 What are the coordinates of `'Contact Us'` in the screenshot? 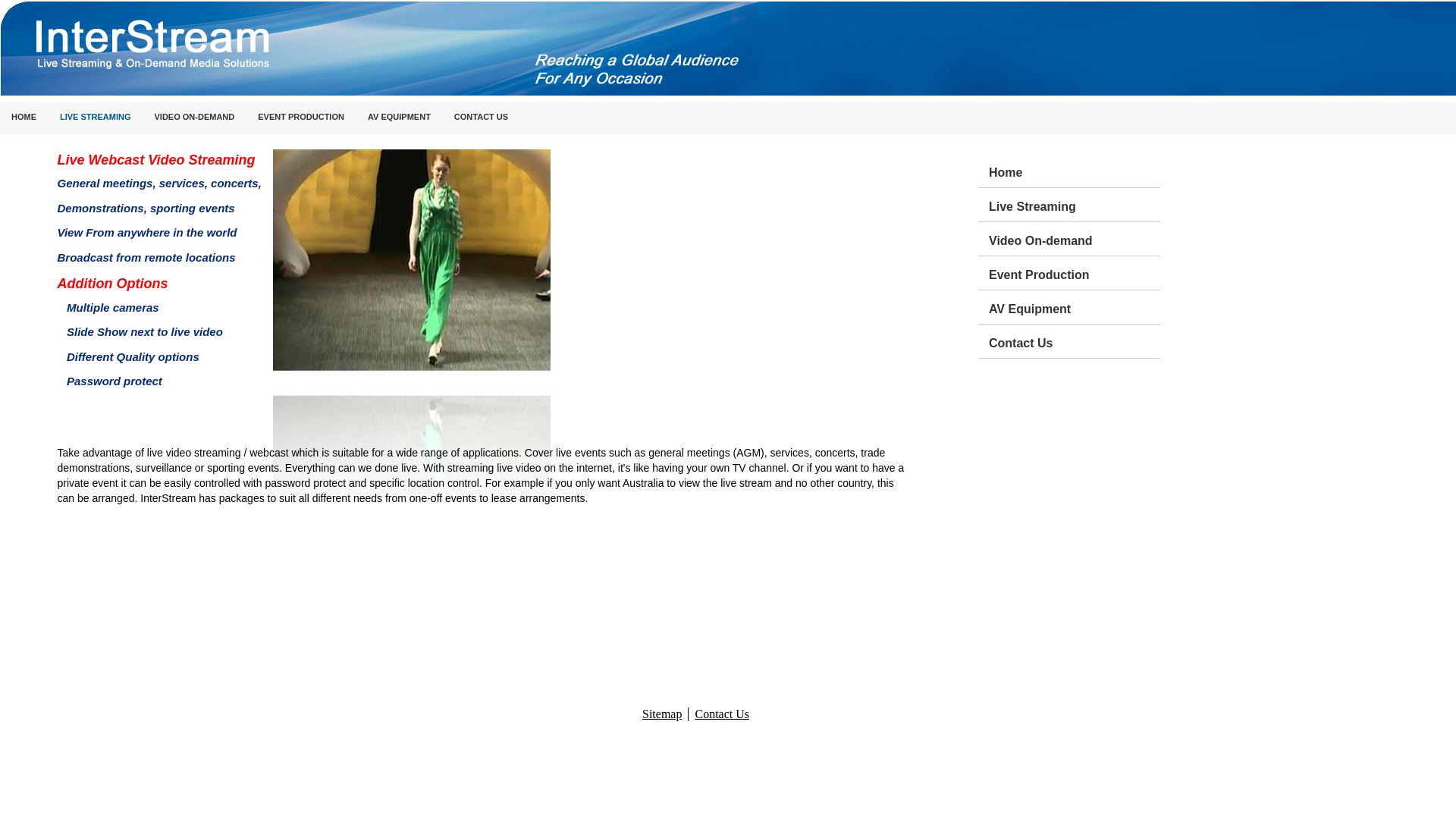 It's located at (720, 714).